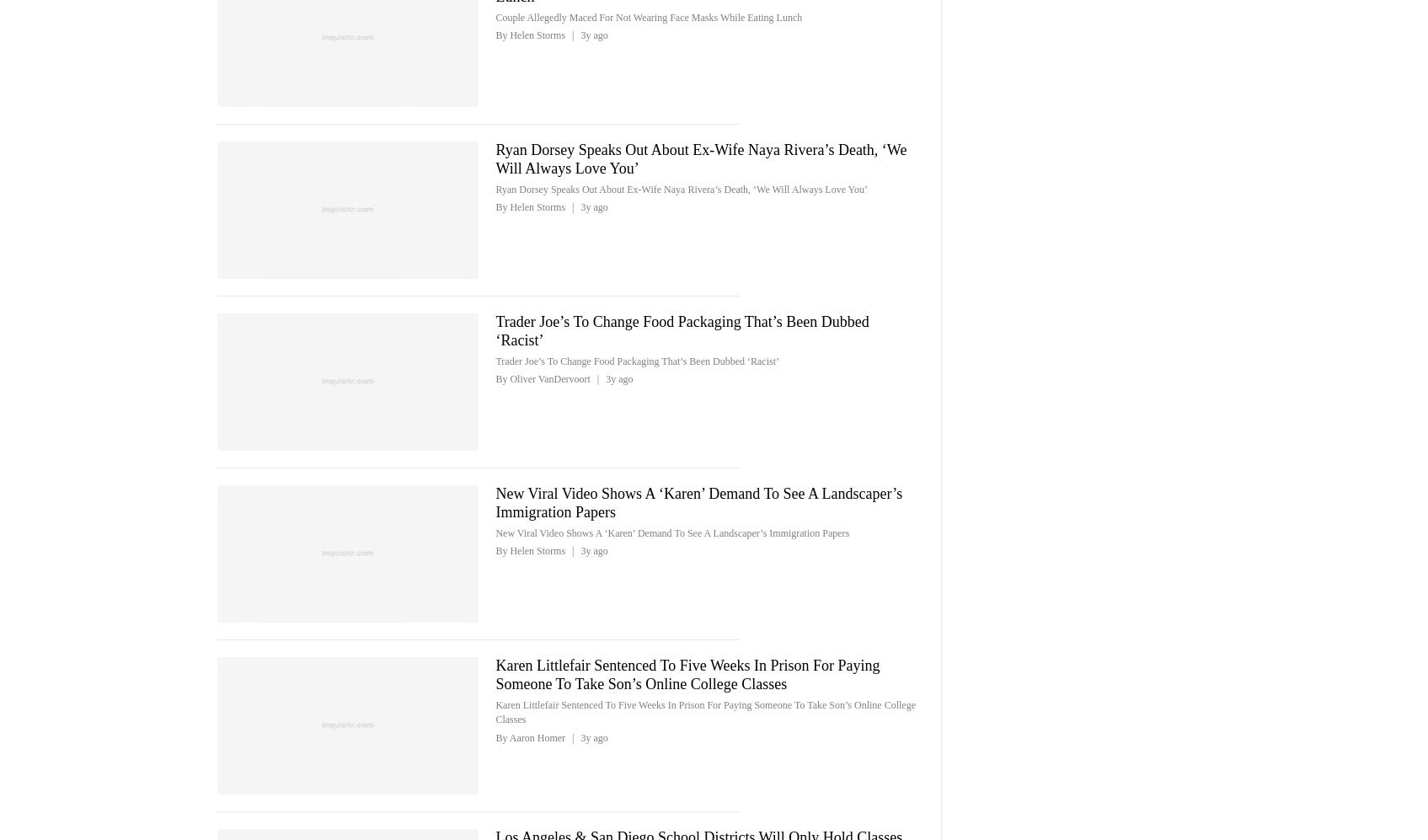 The width and height of the screenshot is (1428, 840). What do you see at coordinates (648, 17) in the screenshot?
I see `'Couple Allegedly Maced For Not Wearing Face Masks While Eating Lunch'` at bounding box center [648, 17].